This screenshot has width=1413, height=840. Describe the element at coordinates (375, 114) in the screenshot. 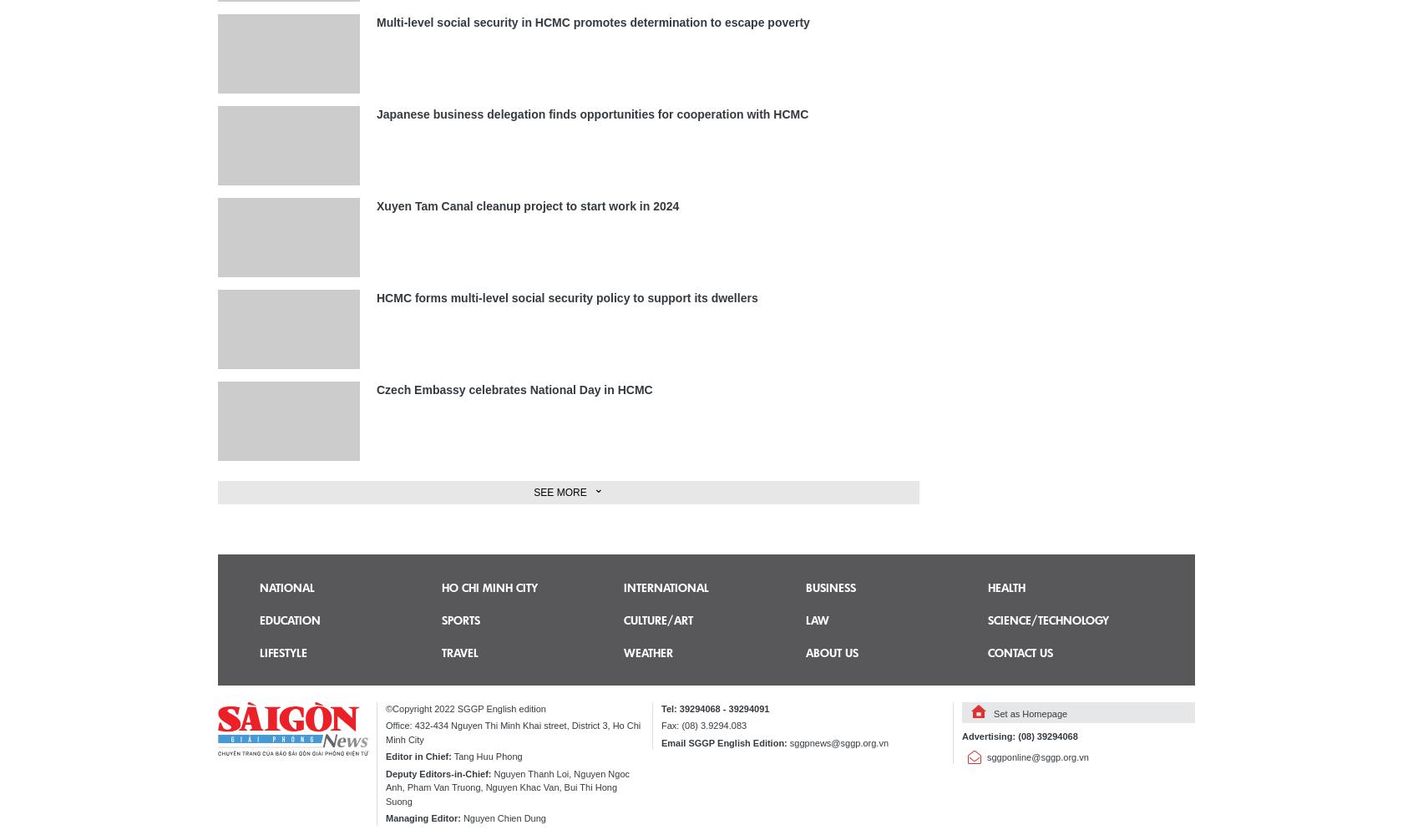

I see `'Japanese business delegation finds opportunities for cooperation with HCMC'` at that location.